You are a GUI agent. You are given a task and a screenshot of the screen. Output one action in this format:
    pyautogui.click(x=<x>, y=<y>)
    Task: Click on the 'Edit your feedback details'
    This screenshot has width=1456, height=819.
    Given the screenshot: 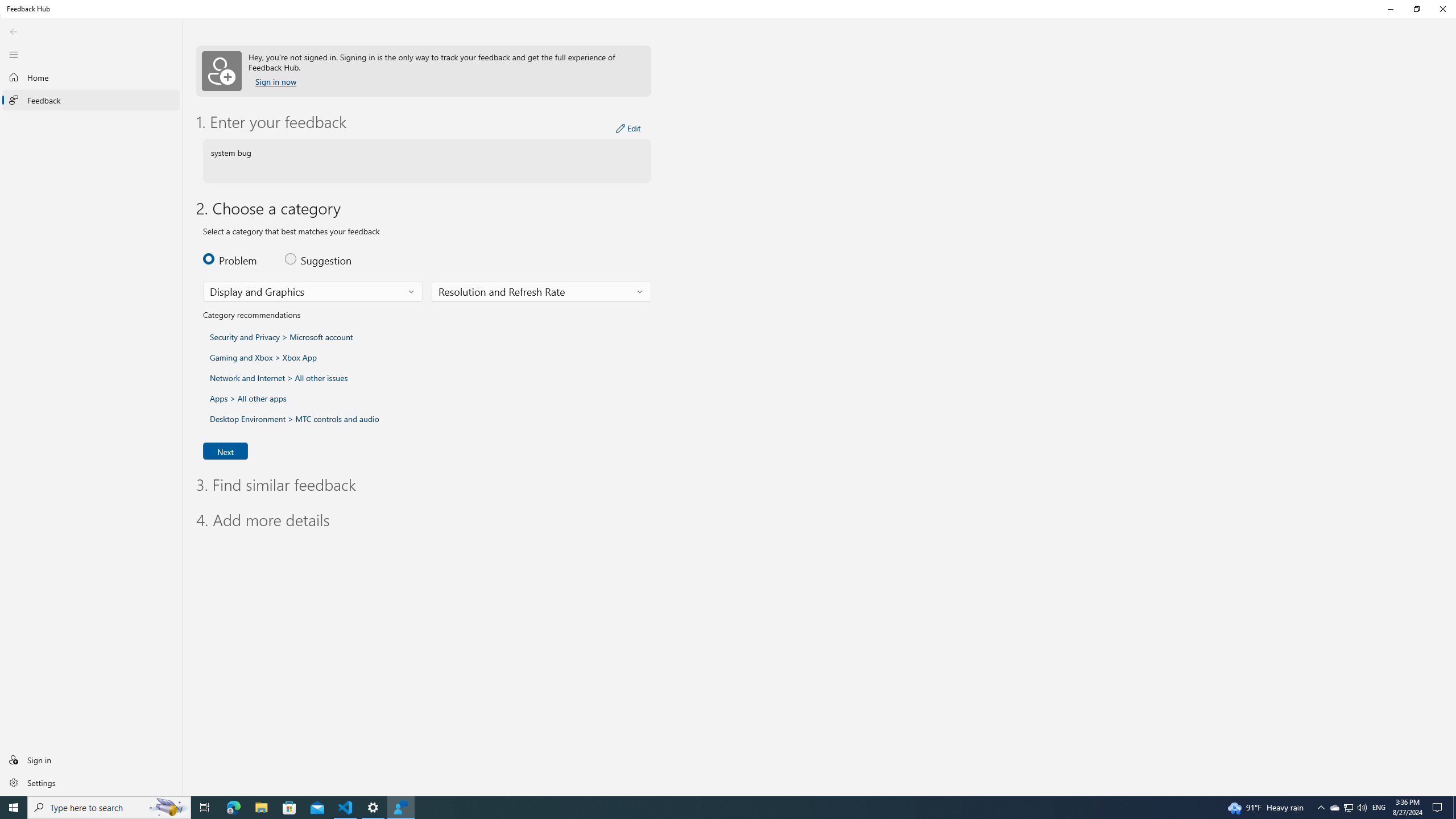 What is the action you would take?
    pyautogui.click(x=628, y=128)
    